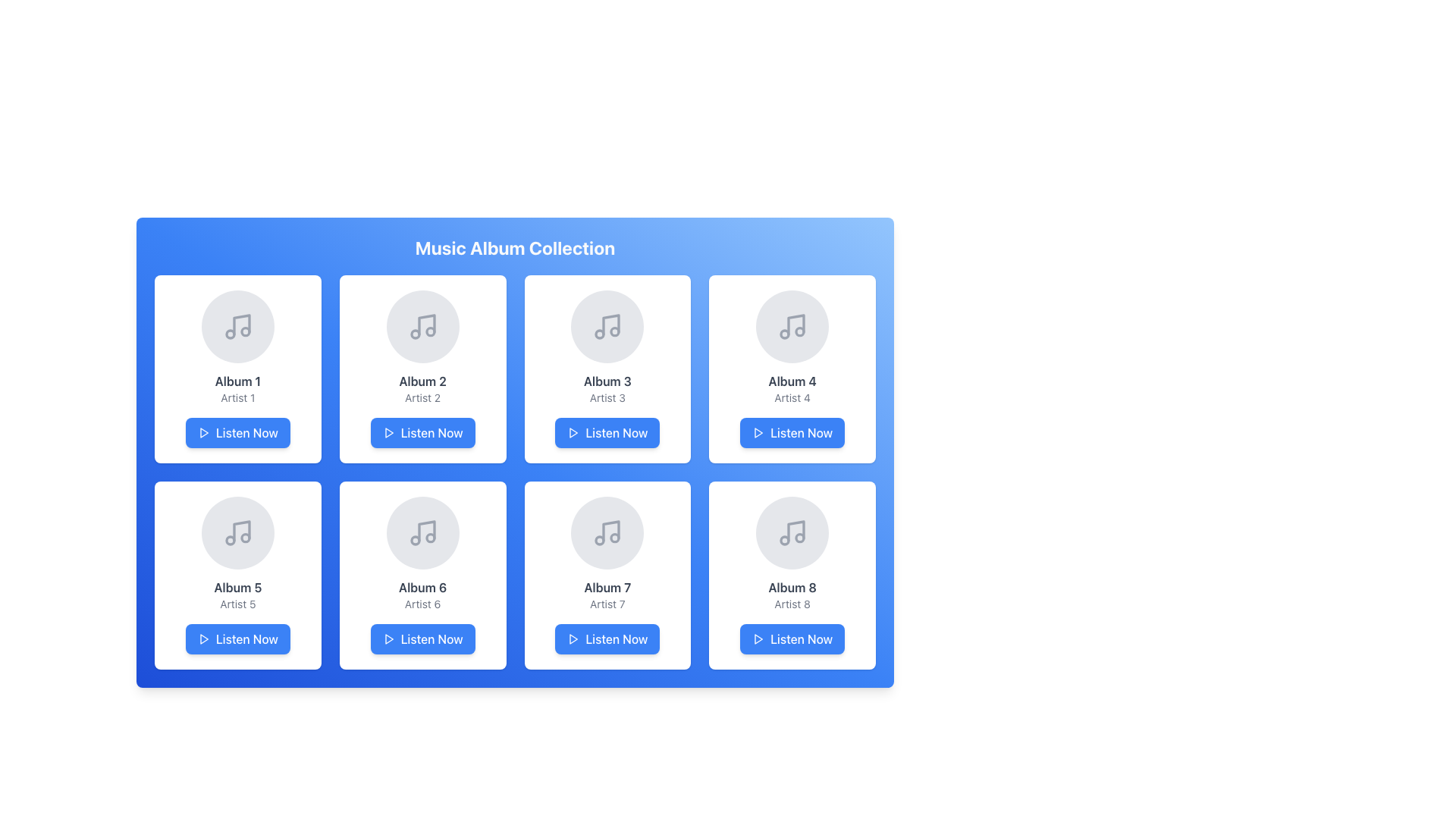 The image size is (1456, 819). Describe the element at coordinates (237, 604) in the screenshot. I see `the text label displaying the artist's name for 'Album 5', which is located directly below the album title and above the 'Listen Now' button` at that location.